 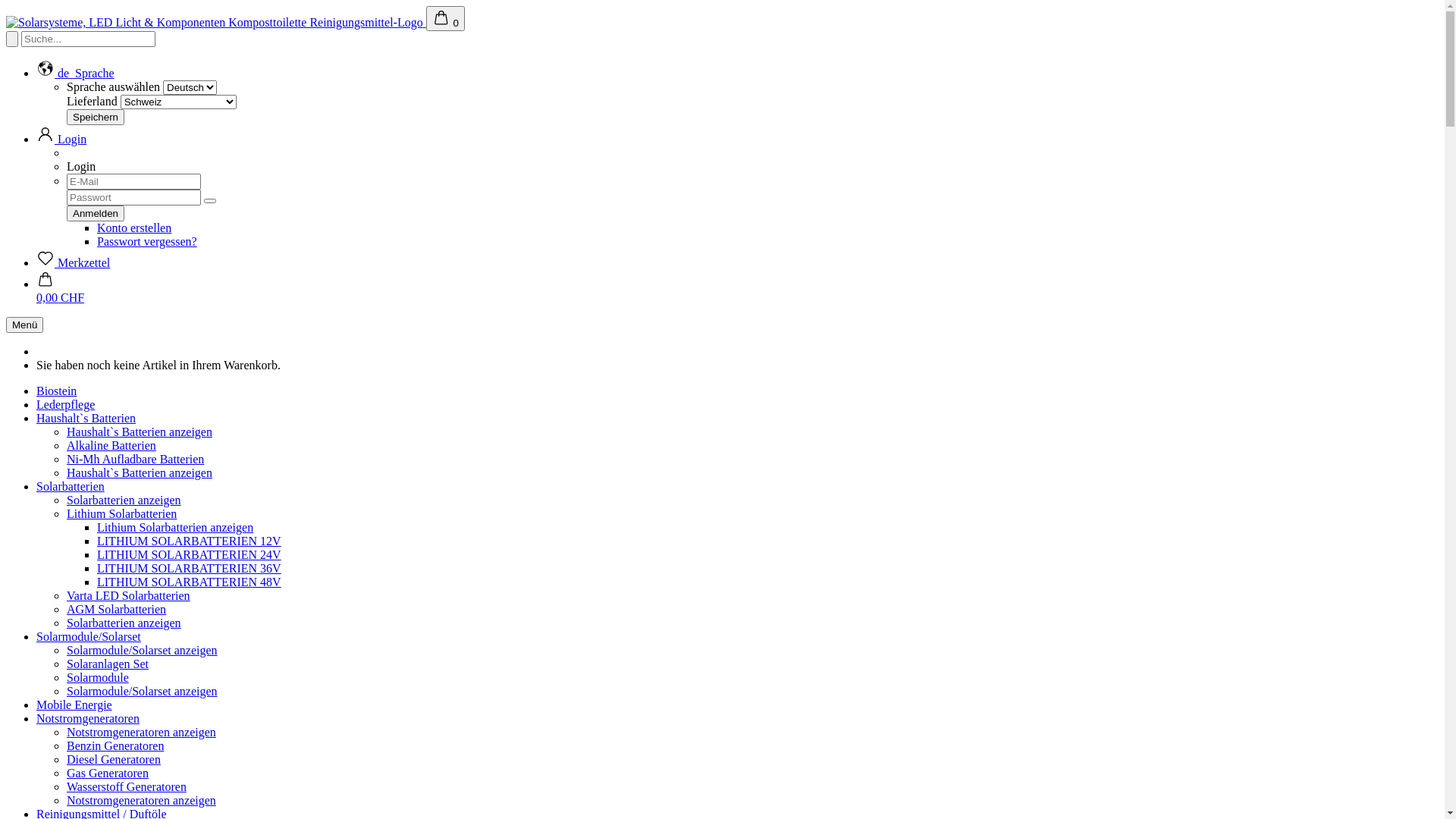 What do you see at coordinates (94, 116) in the screenshot?
I see `'Speichern'` at bounding box center [94, 116].